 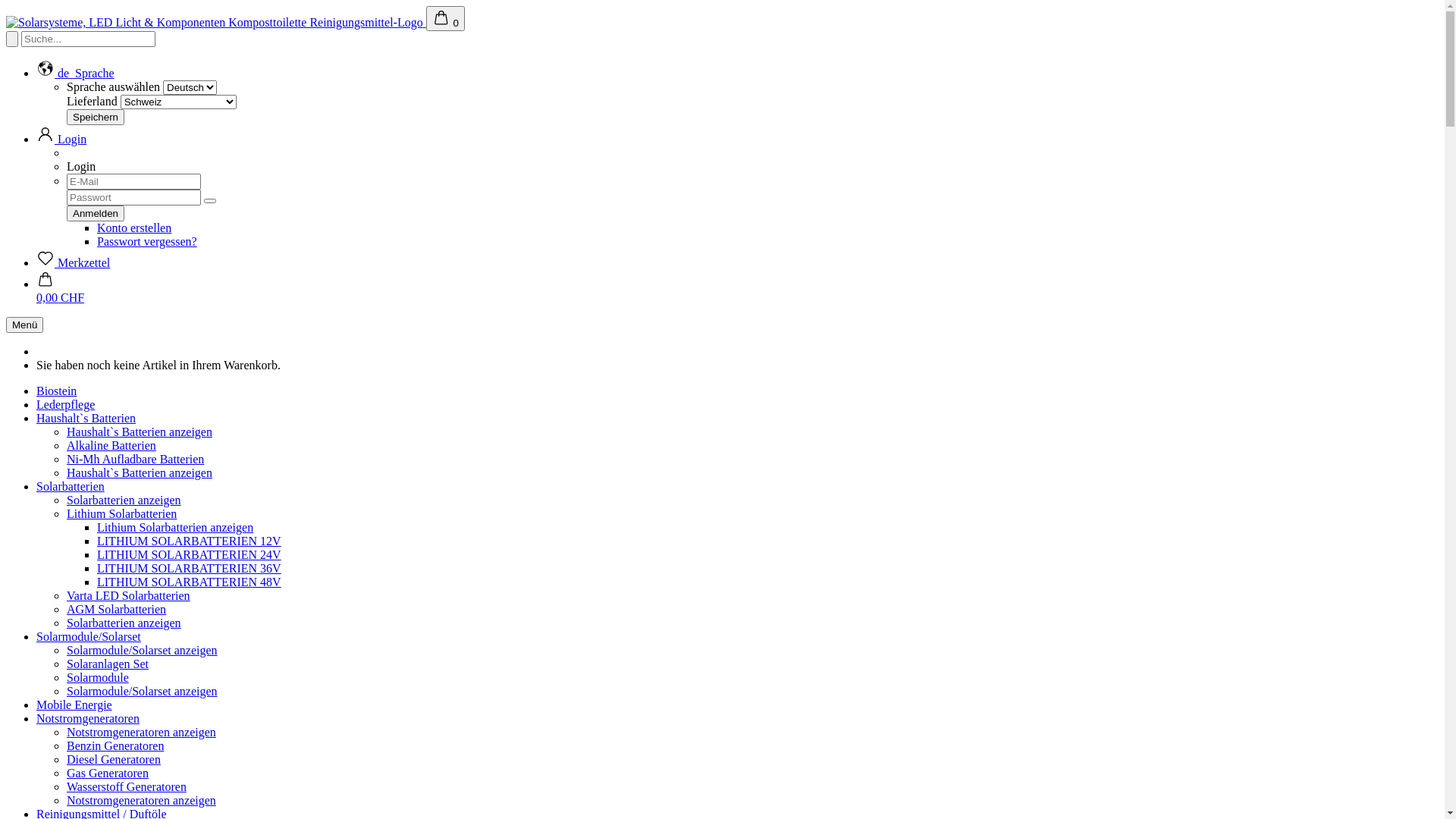 What do you see at coordinates (94, 116) in the screenshot?
I see `'Speichern'` at bounding box center [94, 116].